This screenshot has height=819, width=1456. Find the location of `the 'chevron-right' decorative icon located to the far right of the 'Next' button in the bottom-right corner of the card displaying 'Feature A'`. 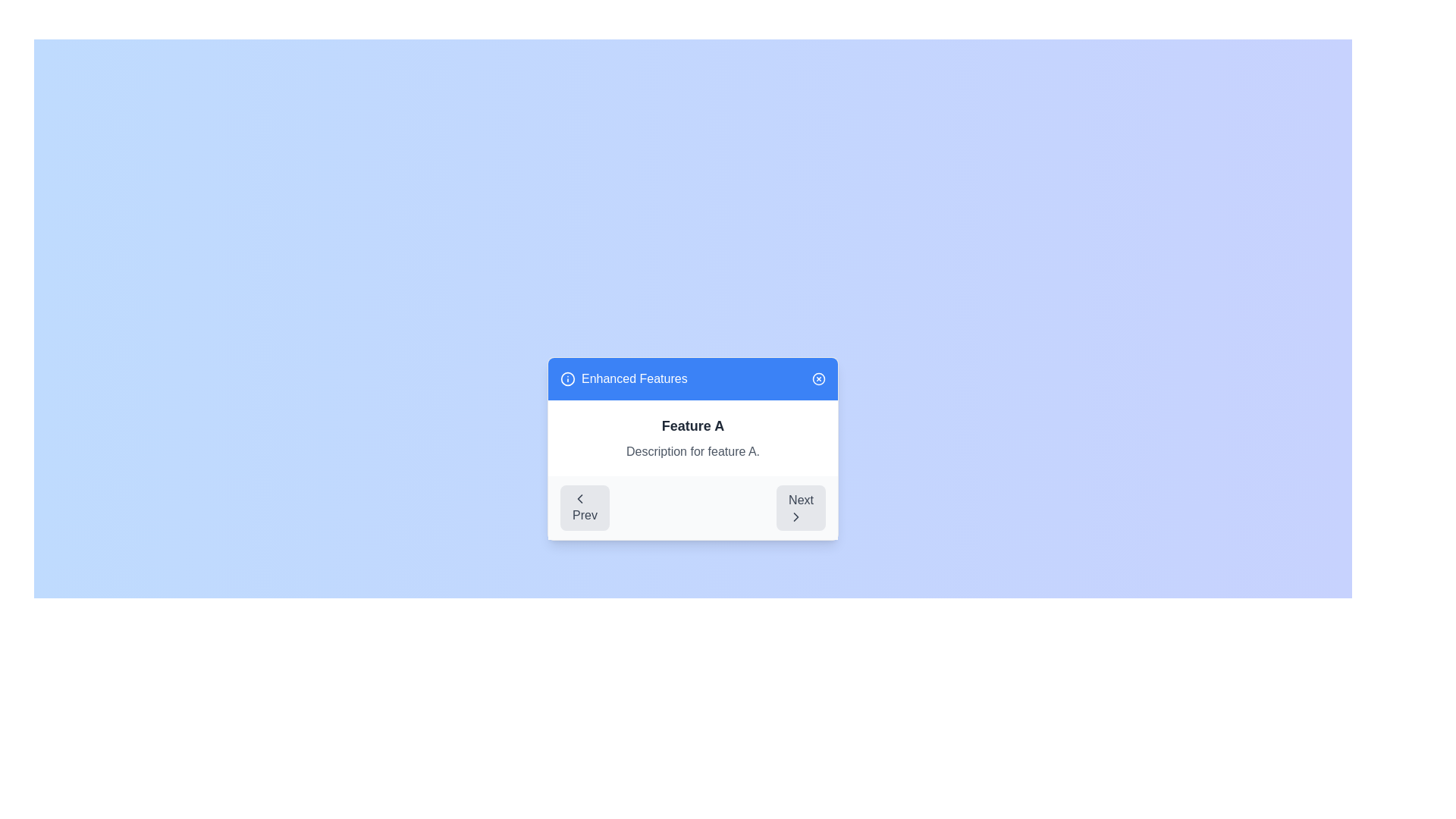

the 'chevron-right' decorative icon located to the far right of the 'Next' button in the bottom-right corner of the card displaying 'Feature A' is located at coordinates (795, 516).